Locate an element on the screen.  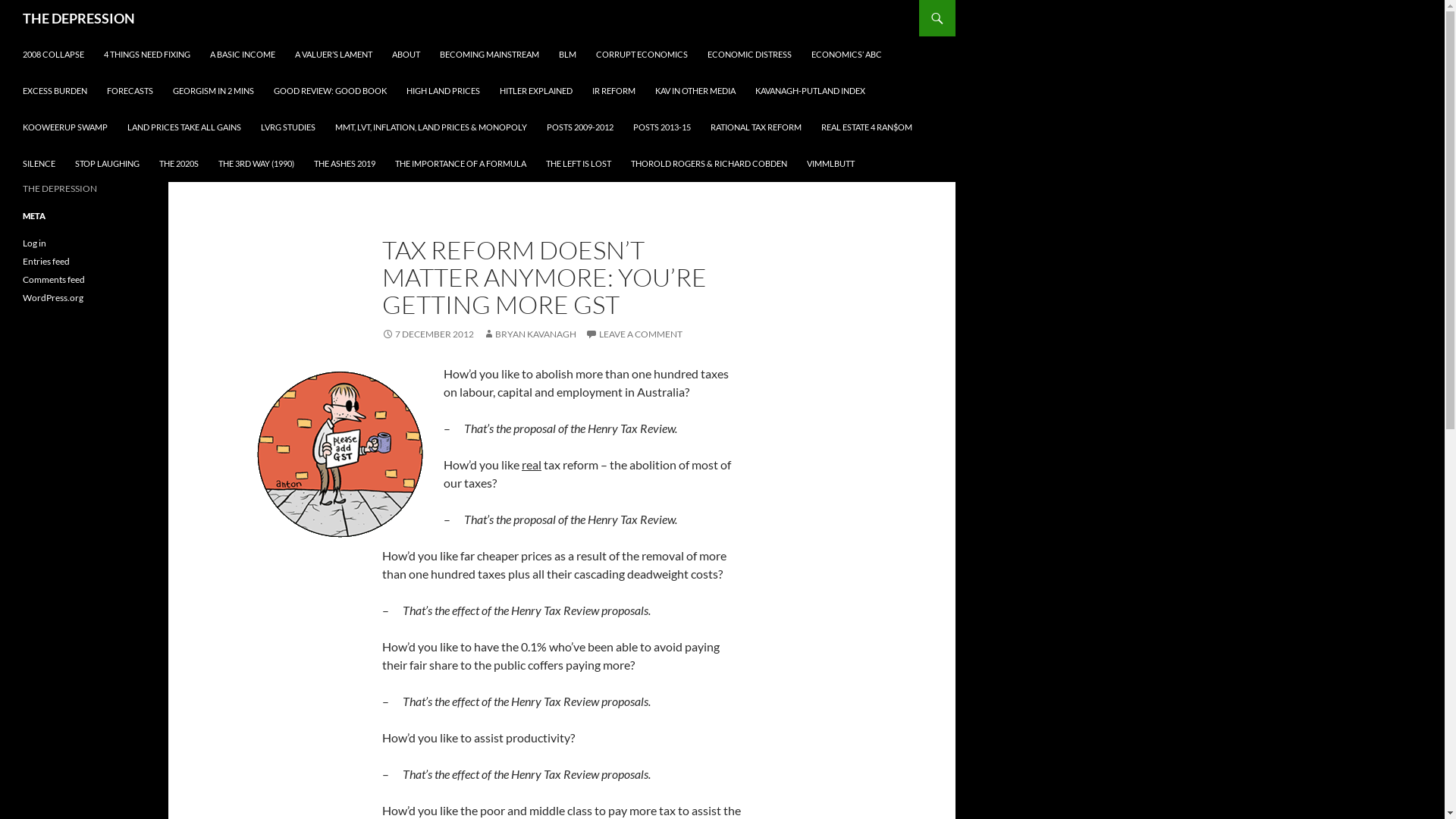
'POSTS 2009-2012' is located at coordinates (579, 127).